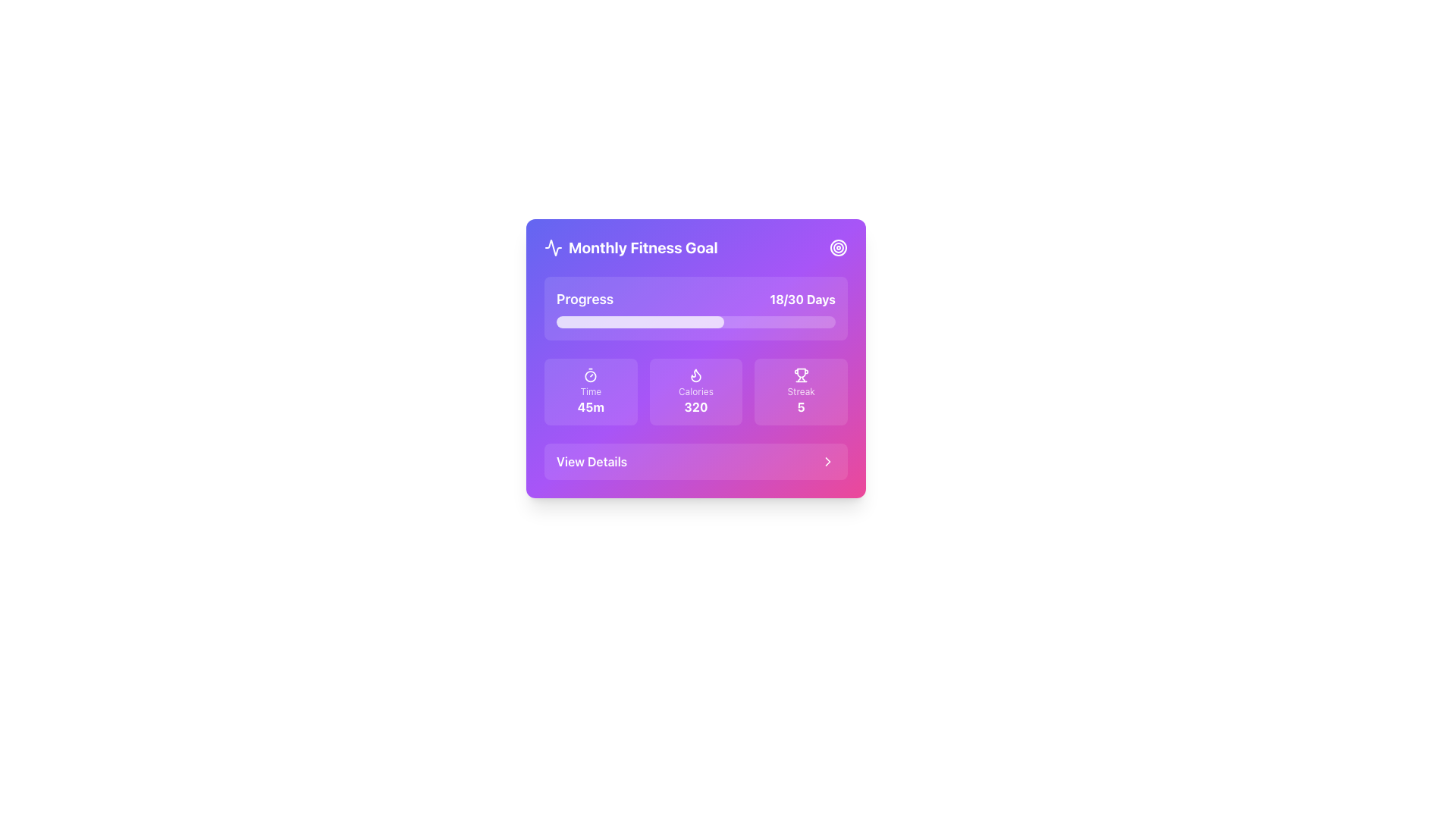 The height and width of the screenshot is (819, 1456). I want to click on the numerical calorie count element associated with the 'Calories' label in the 'Monthly Fitness Goal' section, located in the middle column of a three-column layout, so click(695, 406).